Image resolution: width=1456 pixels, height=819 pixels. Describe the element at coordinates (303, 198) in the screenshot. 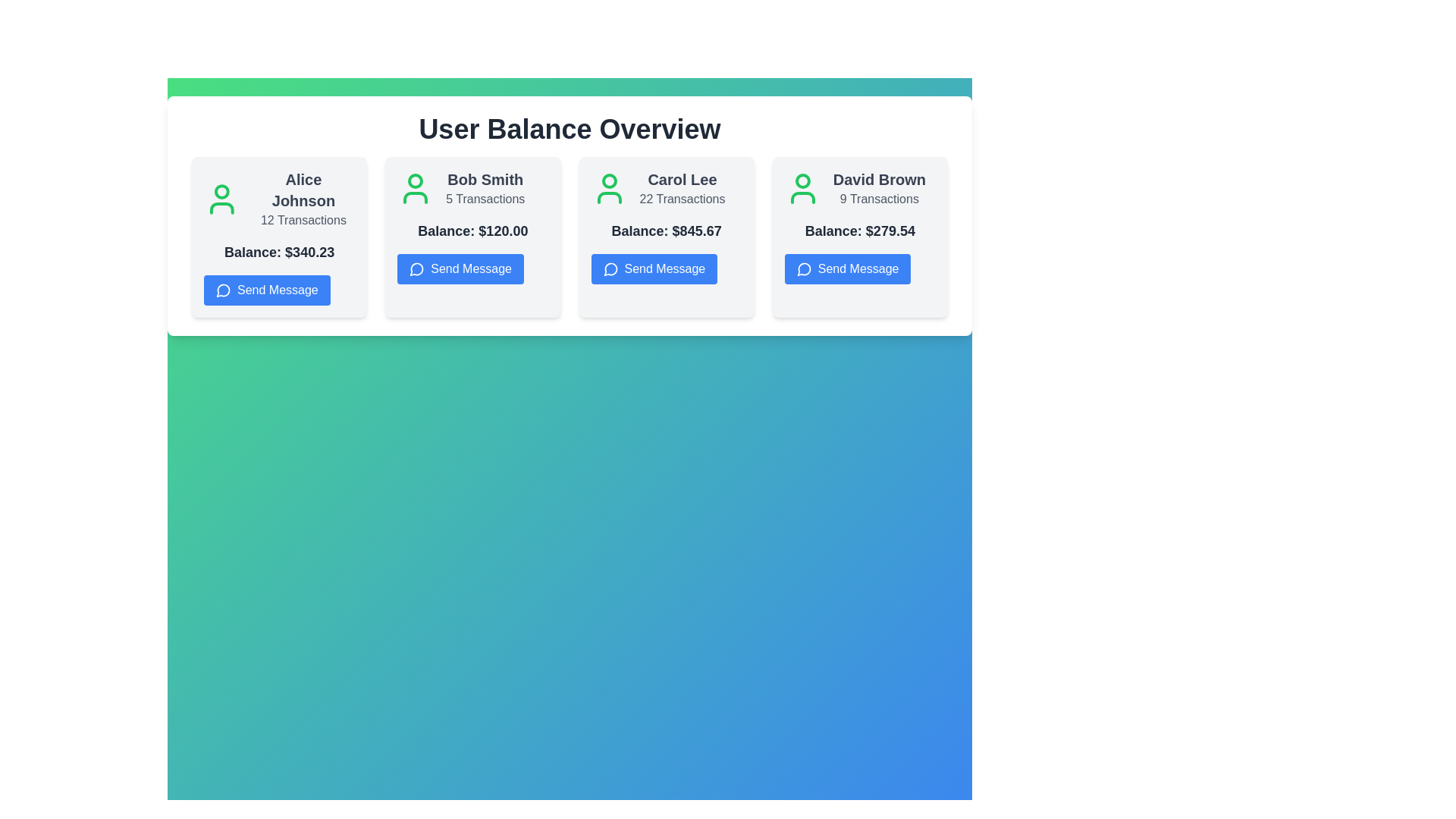

I see `the 'Alice Johnson' text display` at that location.